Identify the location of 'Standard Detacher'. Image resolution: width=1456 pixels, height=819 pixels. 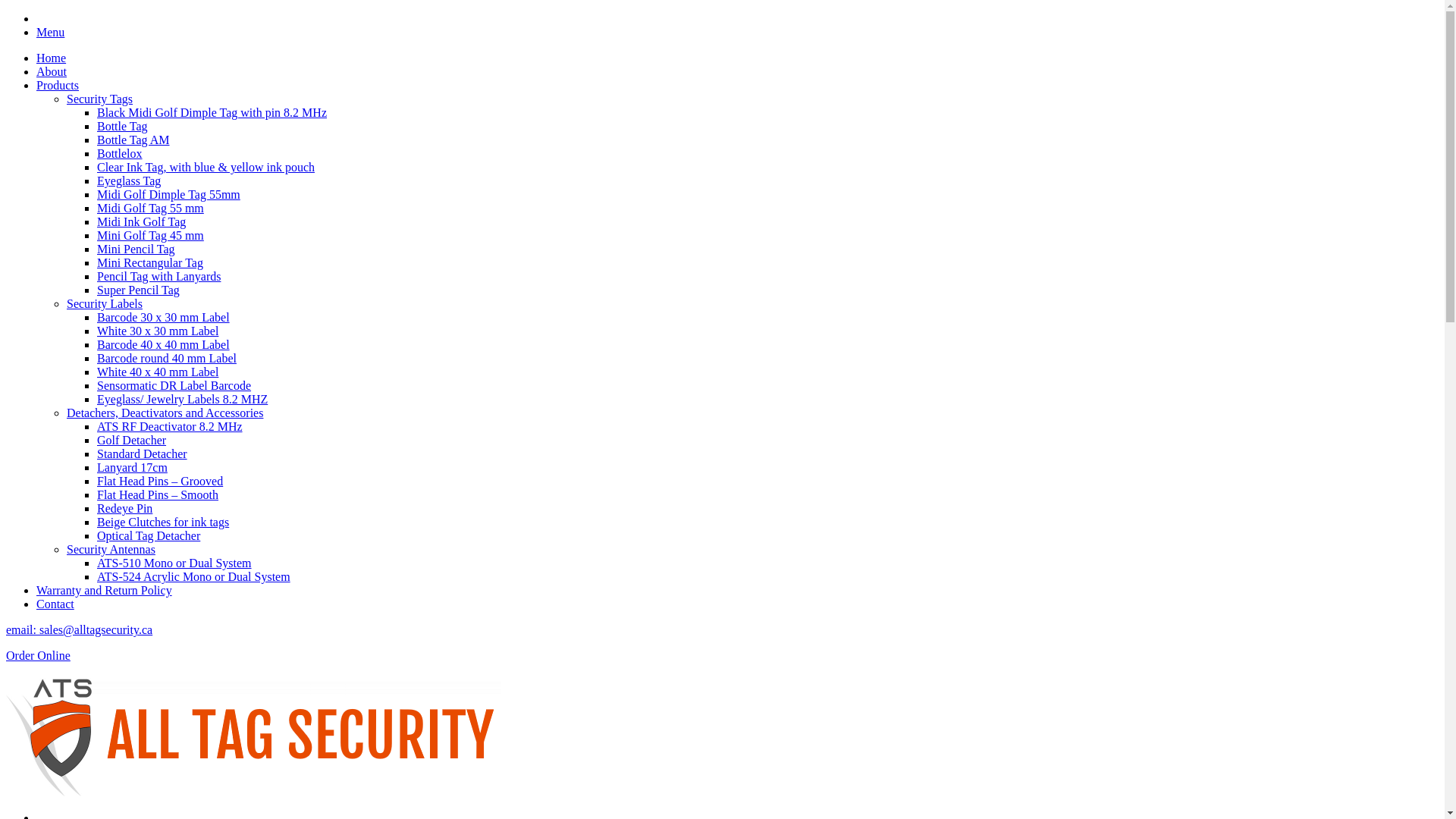
(142, 453).